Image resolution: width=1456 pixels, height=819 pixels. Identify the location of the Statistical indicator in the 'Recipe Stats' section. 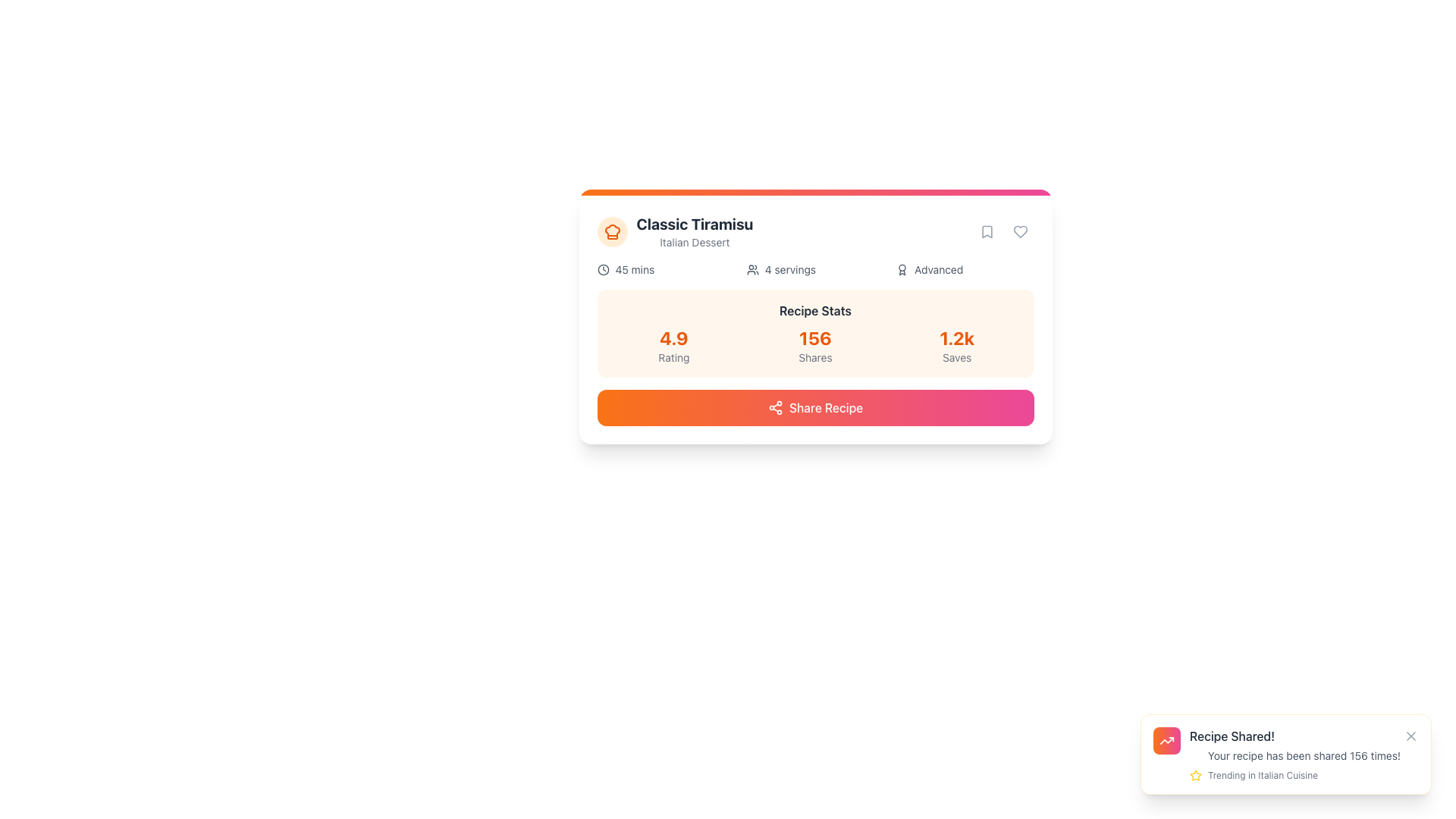
(814, 345).